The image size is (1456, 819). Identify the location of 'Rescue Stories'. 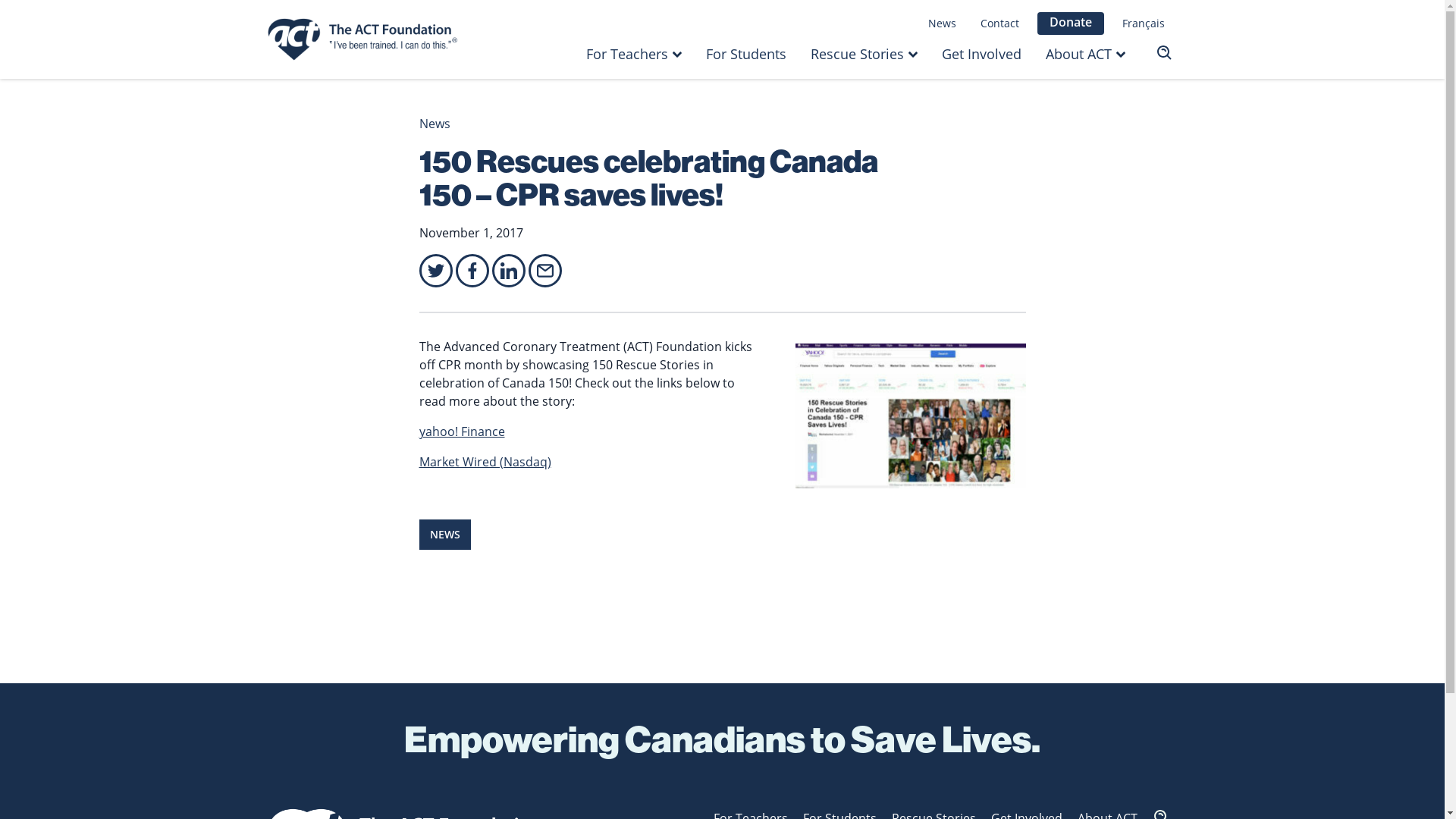
(797, 52).